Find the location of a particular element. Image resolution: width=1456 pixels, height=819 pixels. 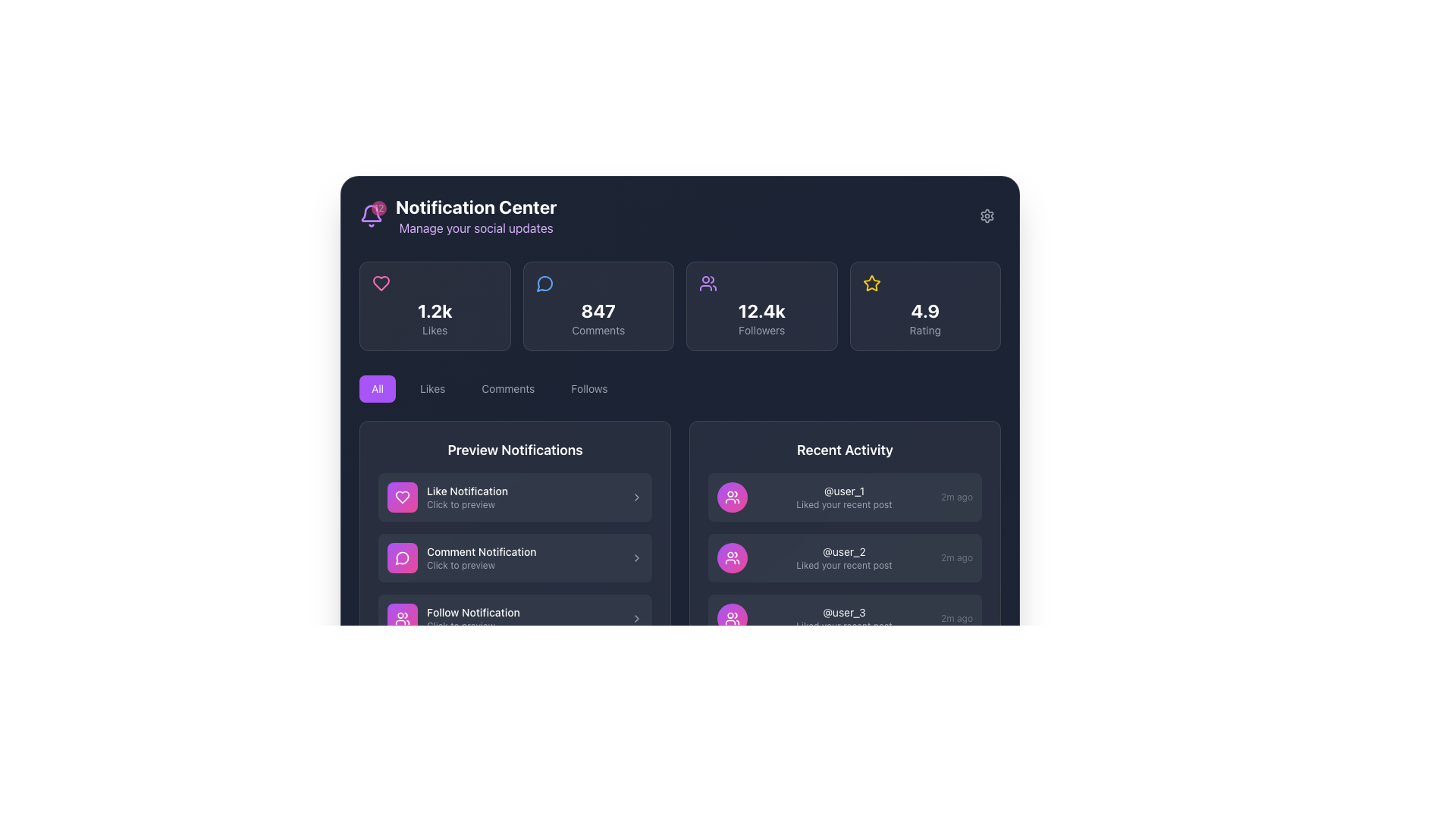

the main numerical value in the 'Followers' card, which is located in the top row of the four-card overview section, to monitor follower engagement is located at coordinates (761, 309).